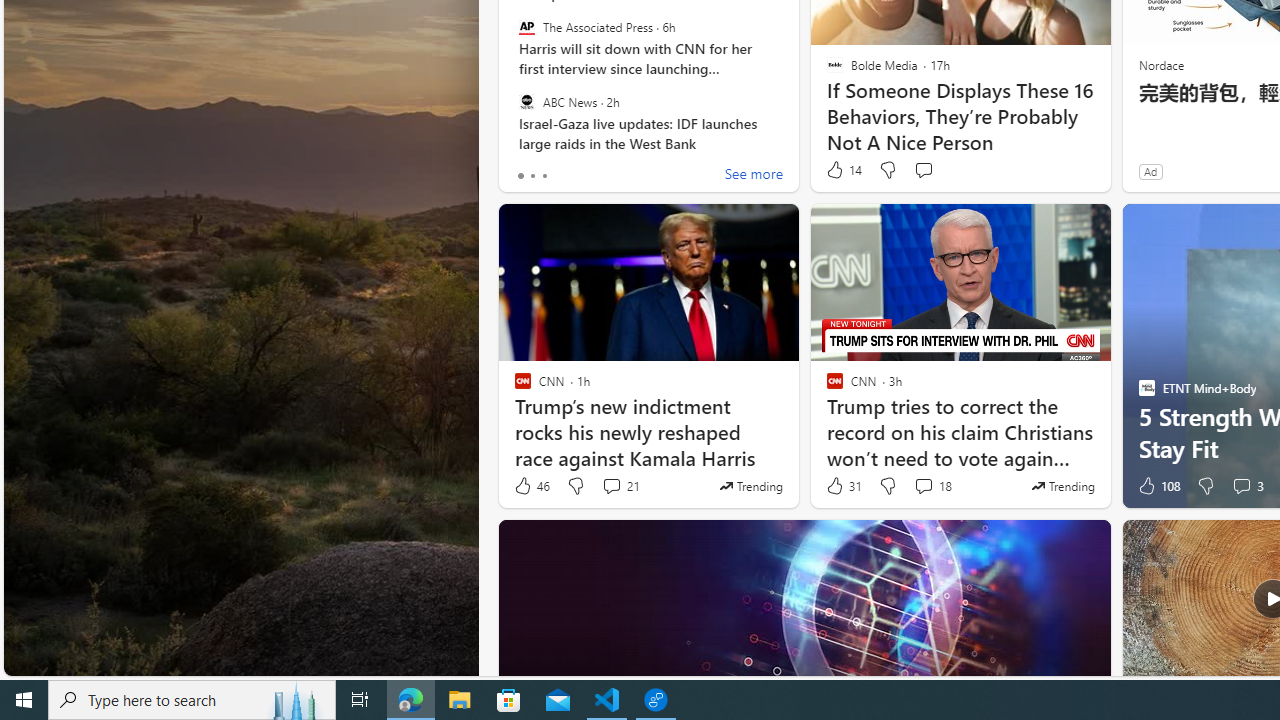 The image size is (1280, 720). Describe the element at coordinates (526, 101) in the screenshot. I see `'ABC News'` at that location.